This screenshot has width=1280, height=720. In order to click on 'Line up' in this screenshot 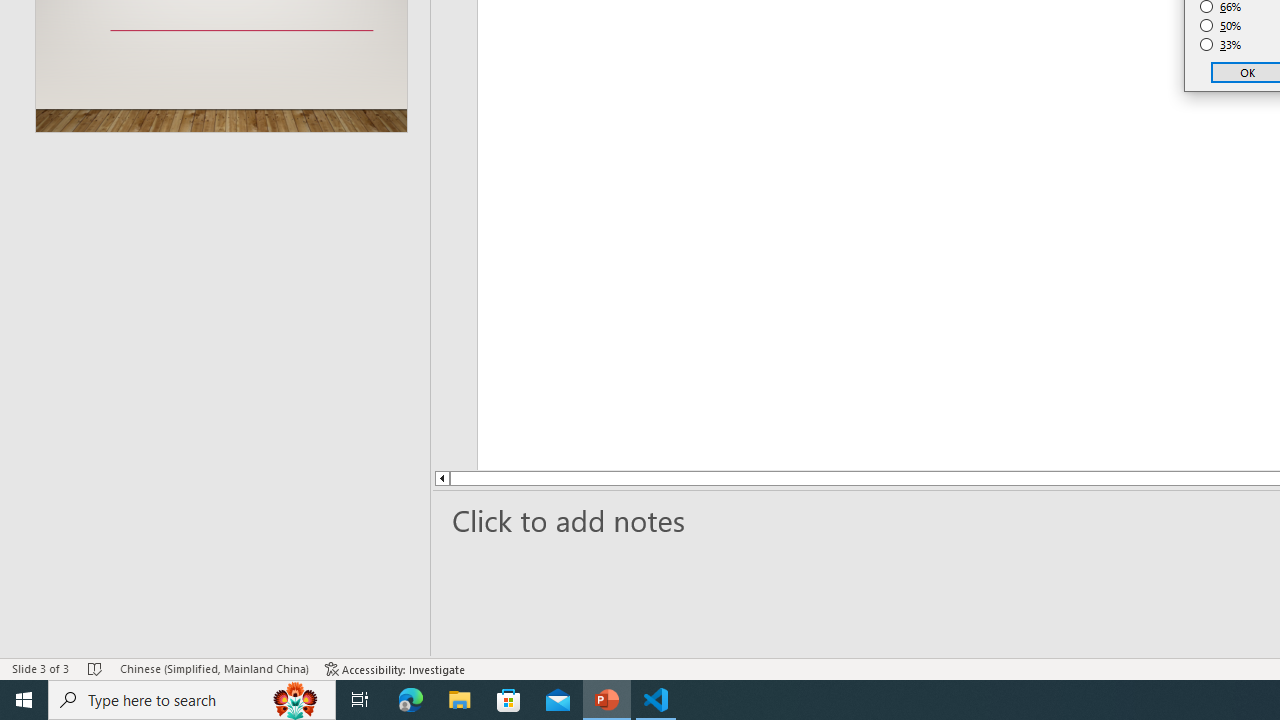, I will do `click(382, 478)`.